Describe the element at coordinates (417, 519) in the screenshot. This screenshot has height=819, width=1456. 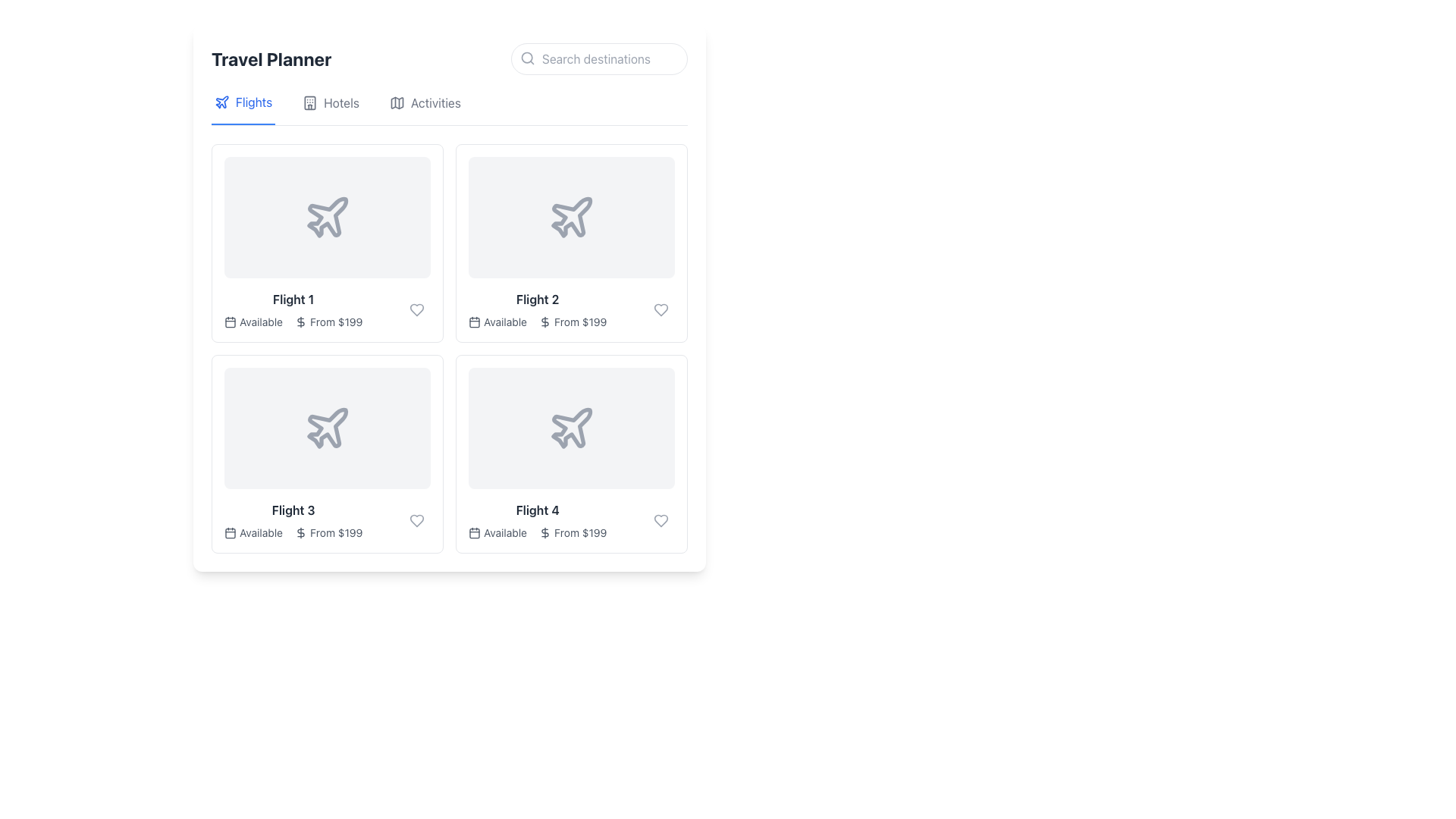
I see `the heart-shaped icon button in the bottom-right area of the 'Flight 3' card to favorite the flight` at that location.